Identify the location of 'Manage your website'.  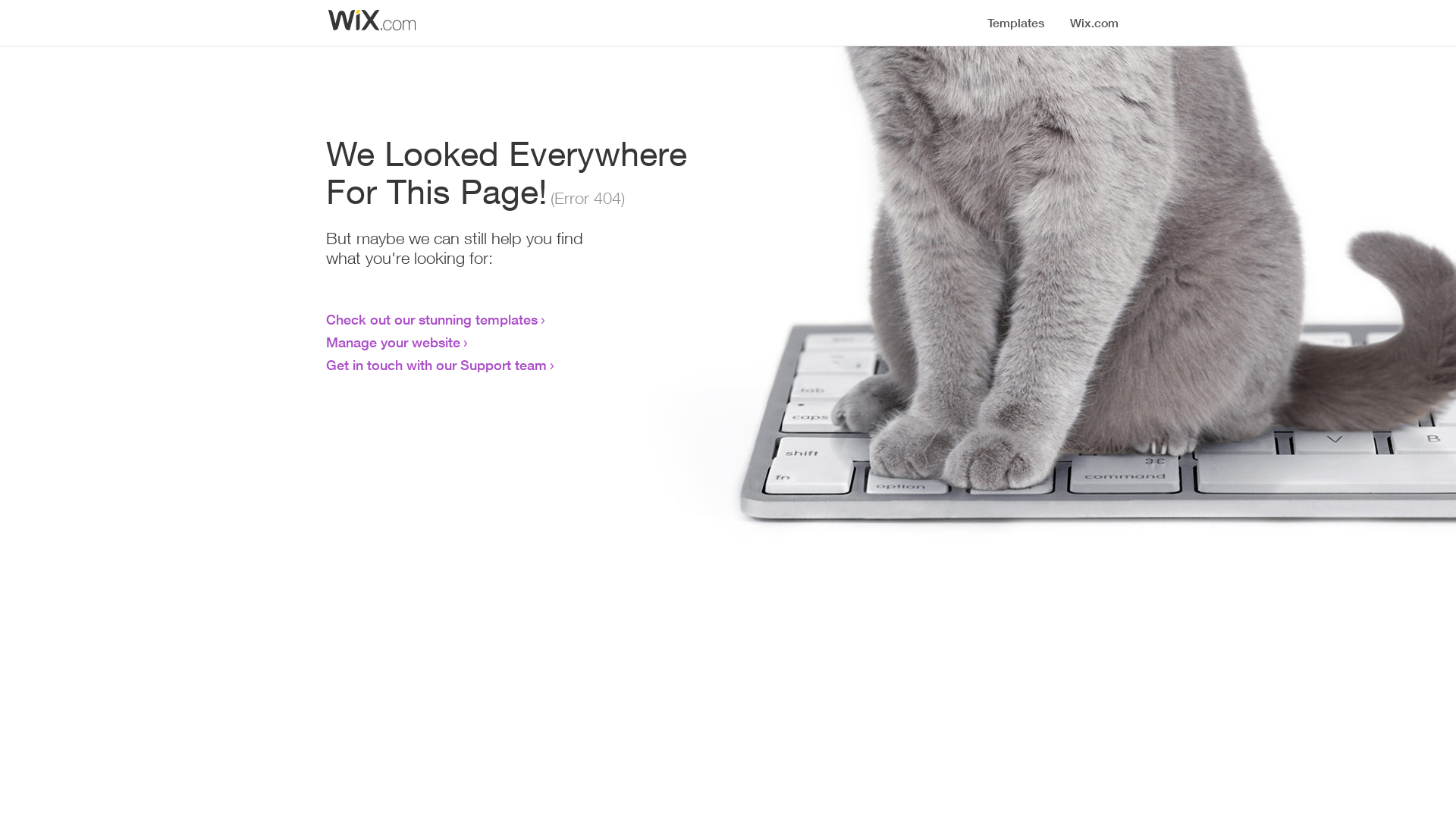
(325, 342).